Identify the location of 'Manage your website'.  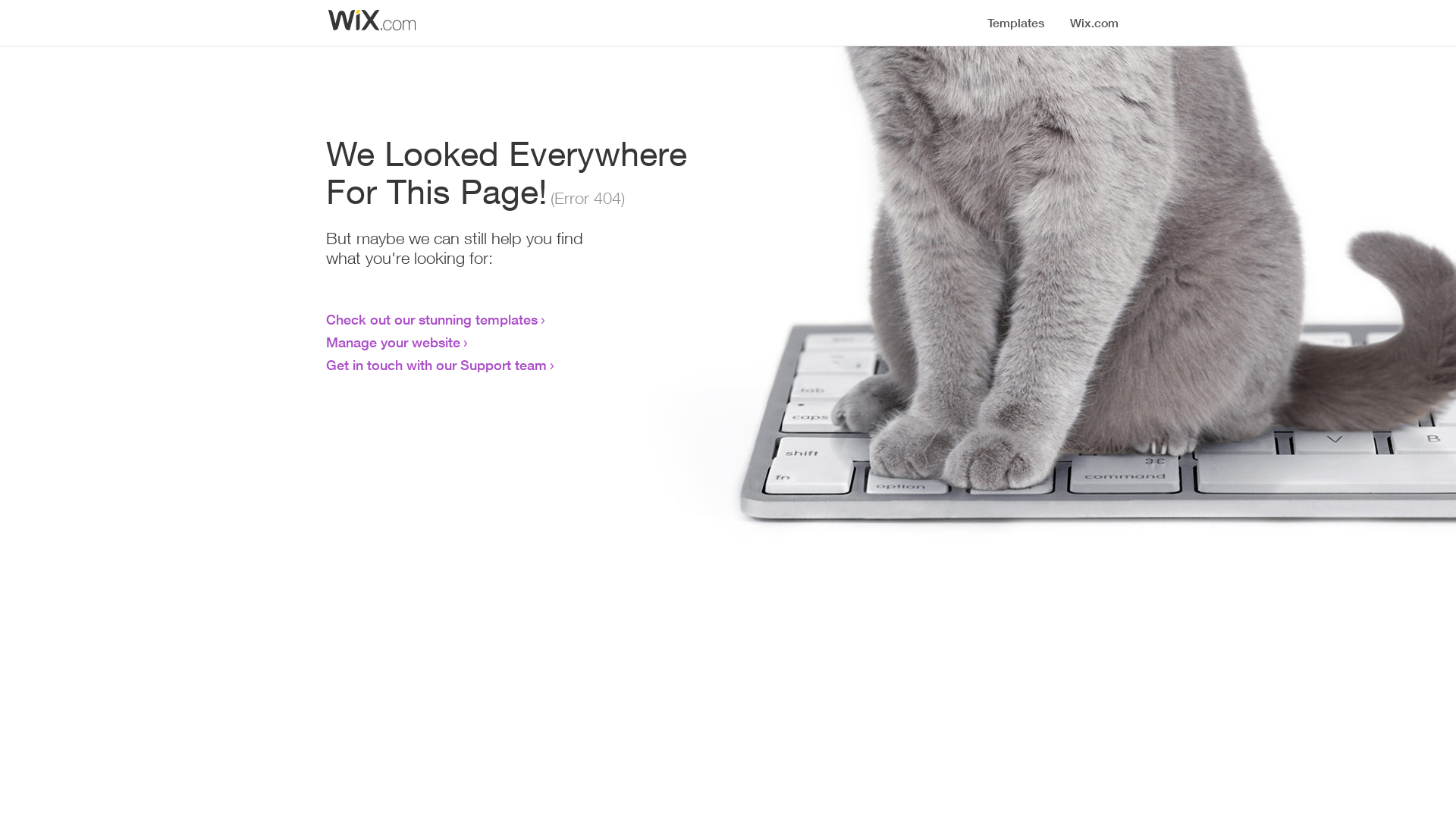
(325, 342).